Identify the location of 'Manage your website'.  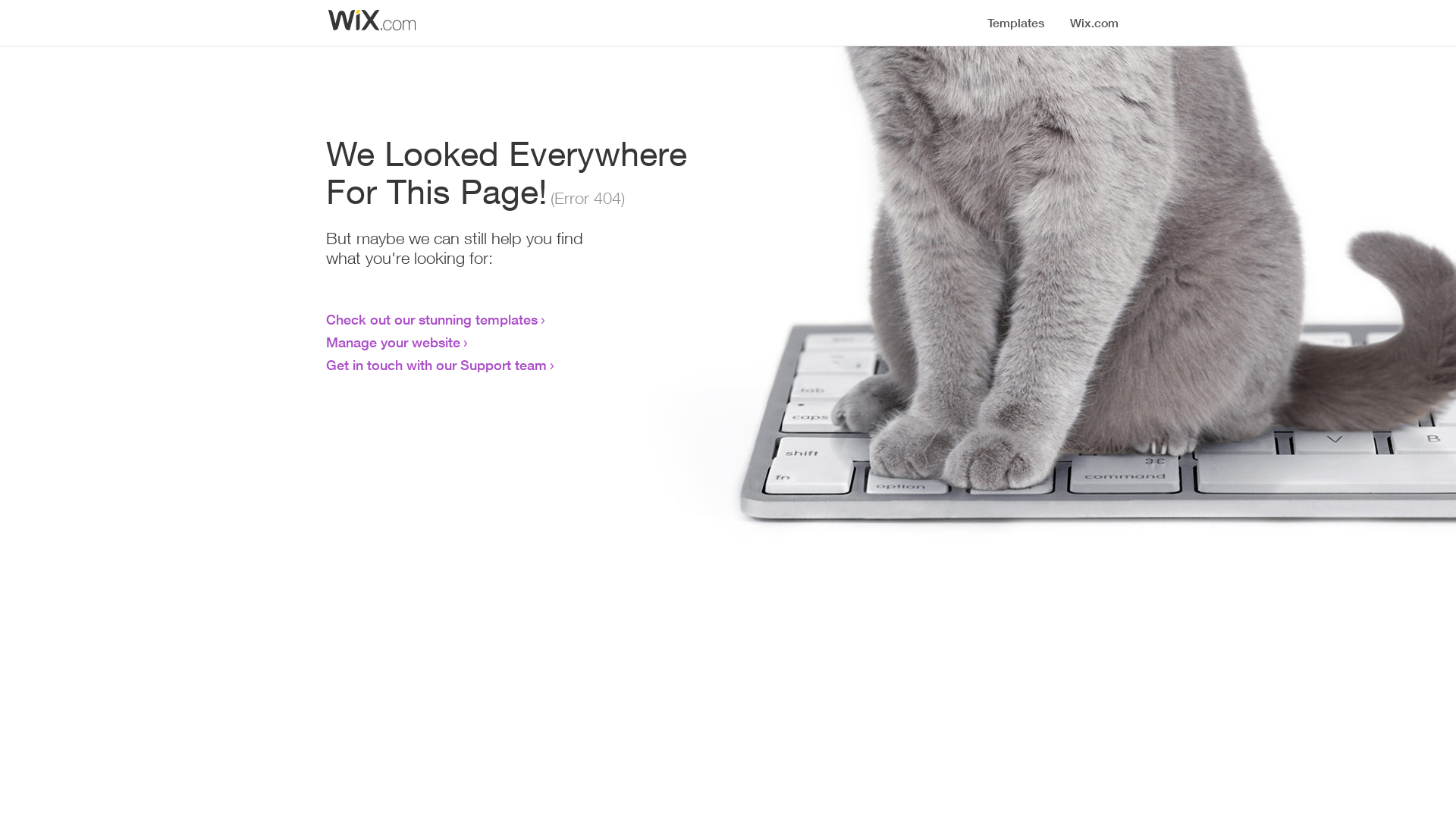
(325, 342).